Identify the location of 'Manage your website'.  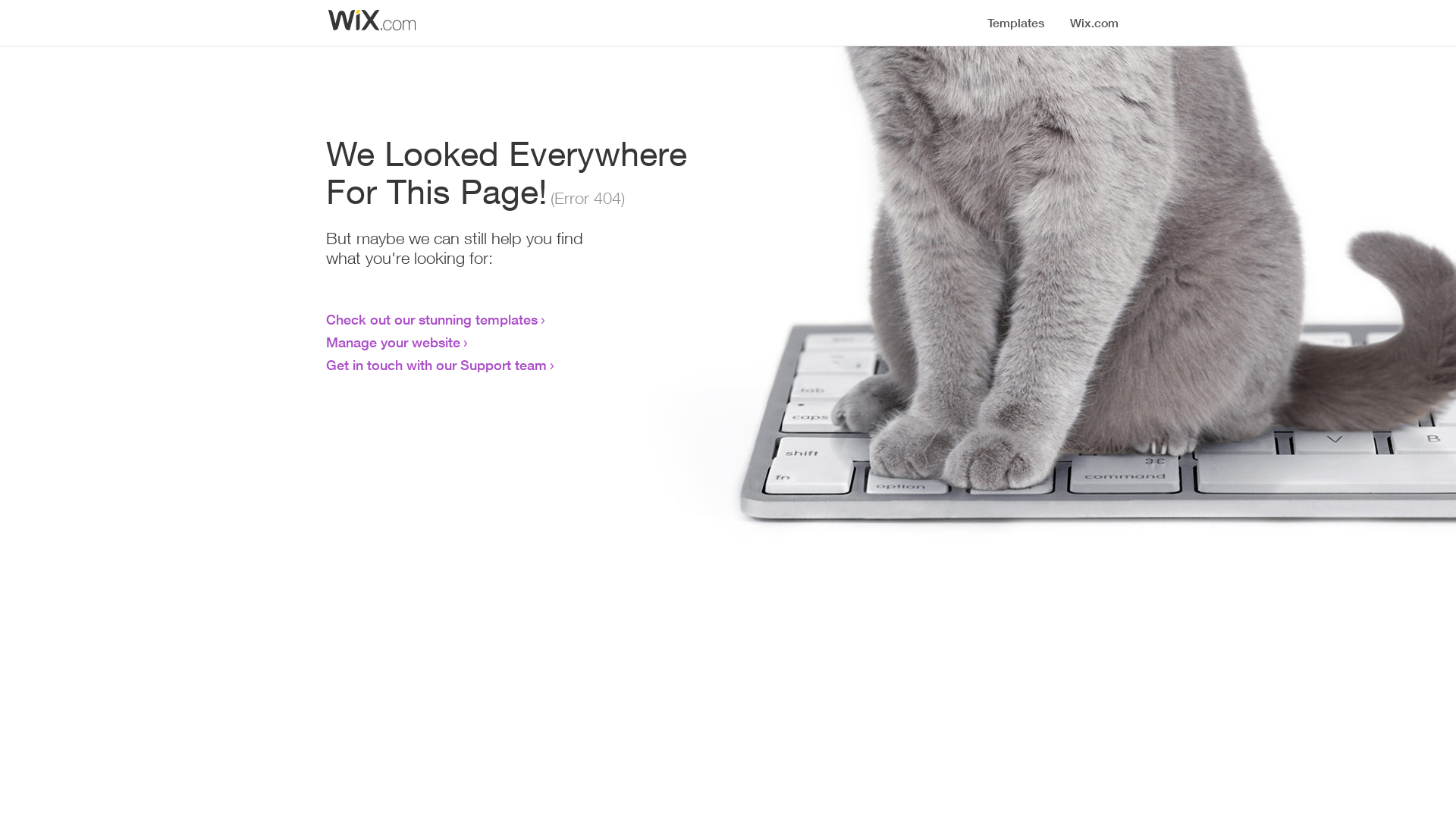
(325, 342).